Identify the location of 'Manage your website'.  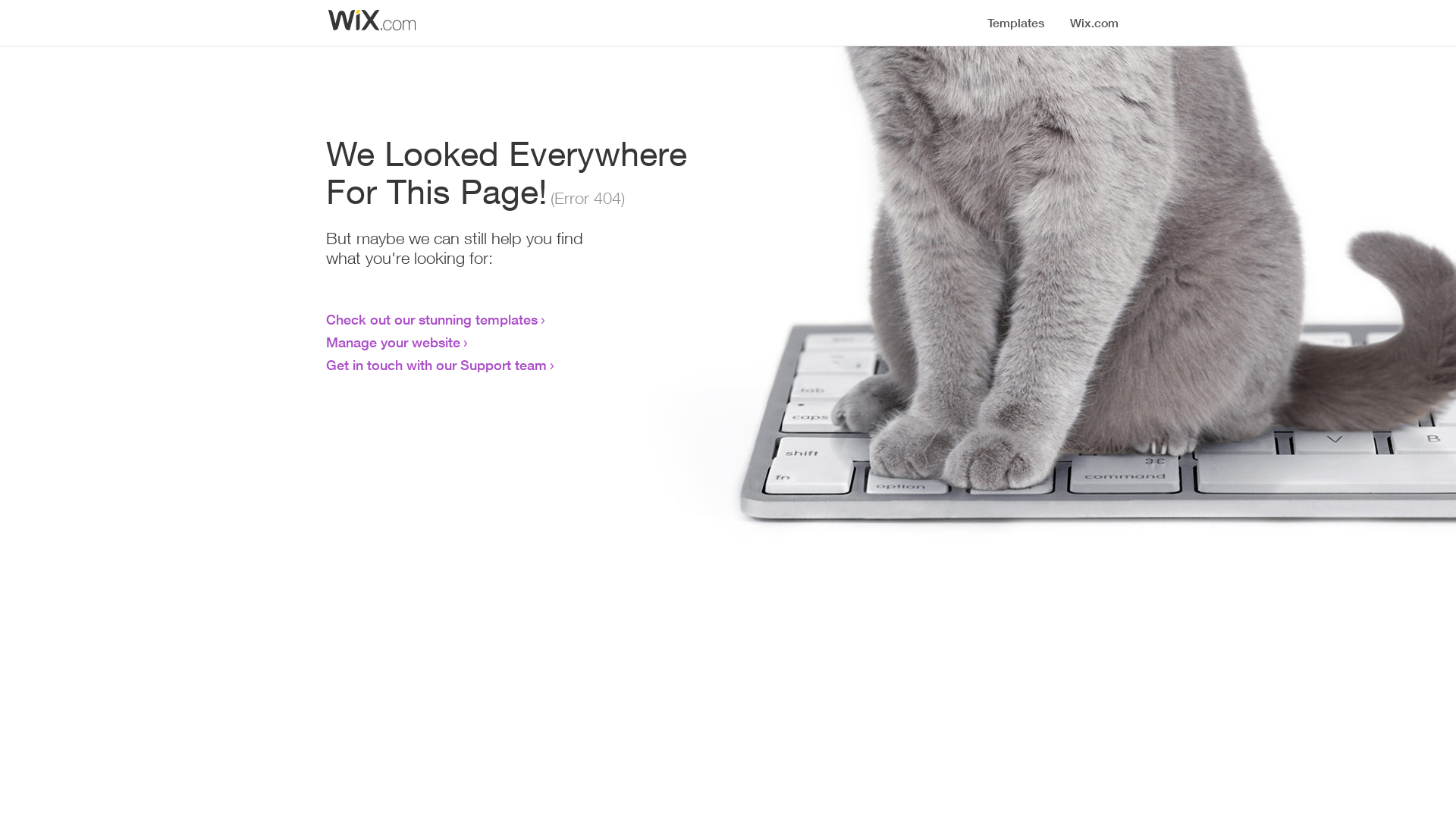
(325, 342).